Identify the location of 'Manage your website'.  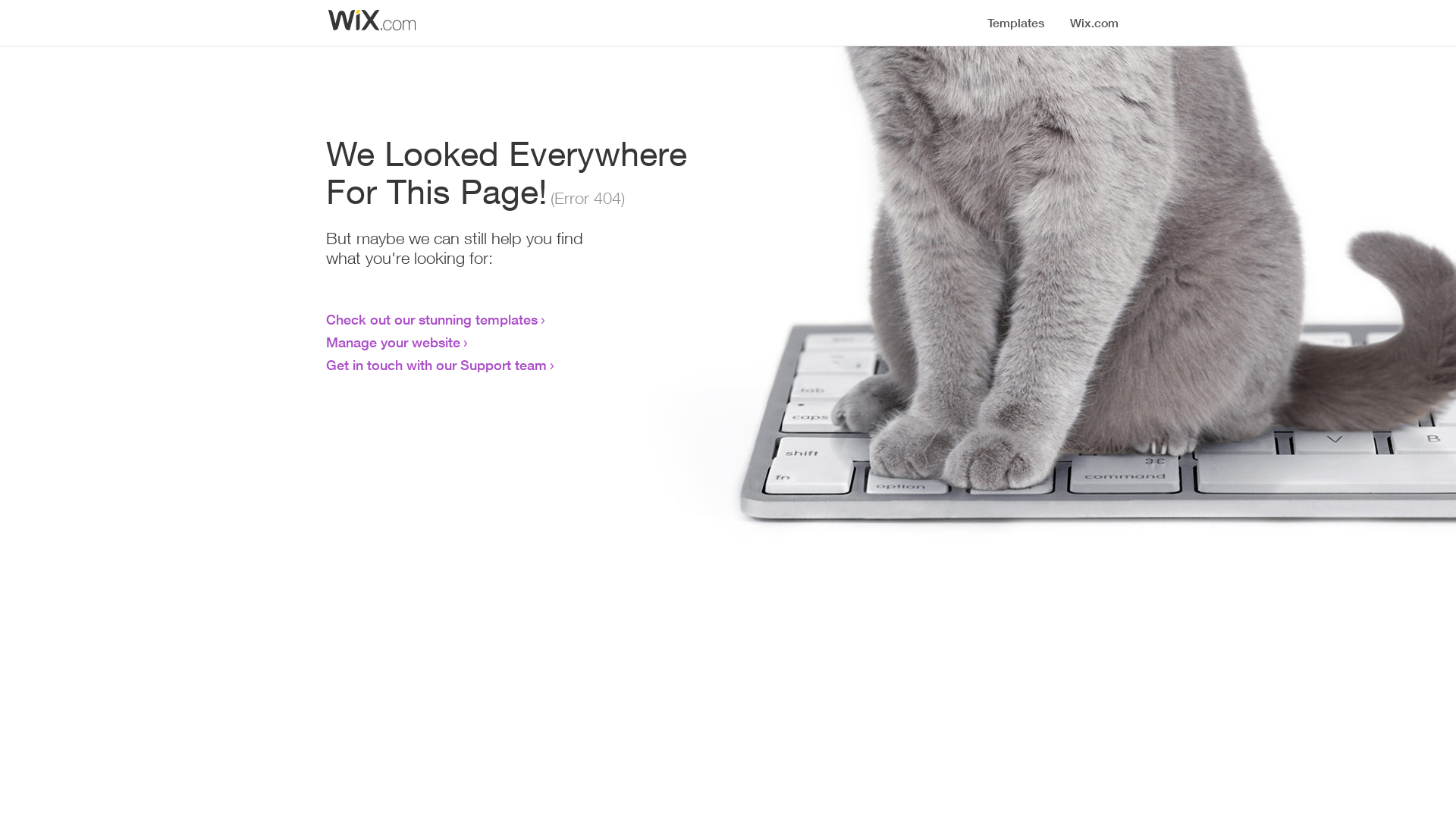
(325, 342).